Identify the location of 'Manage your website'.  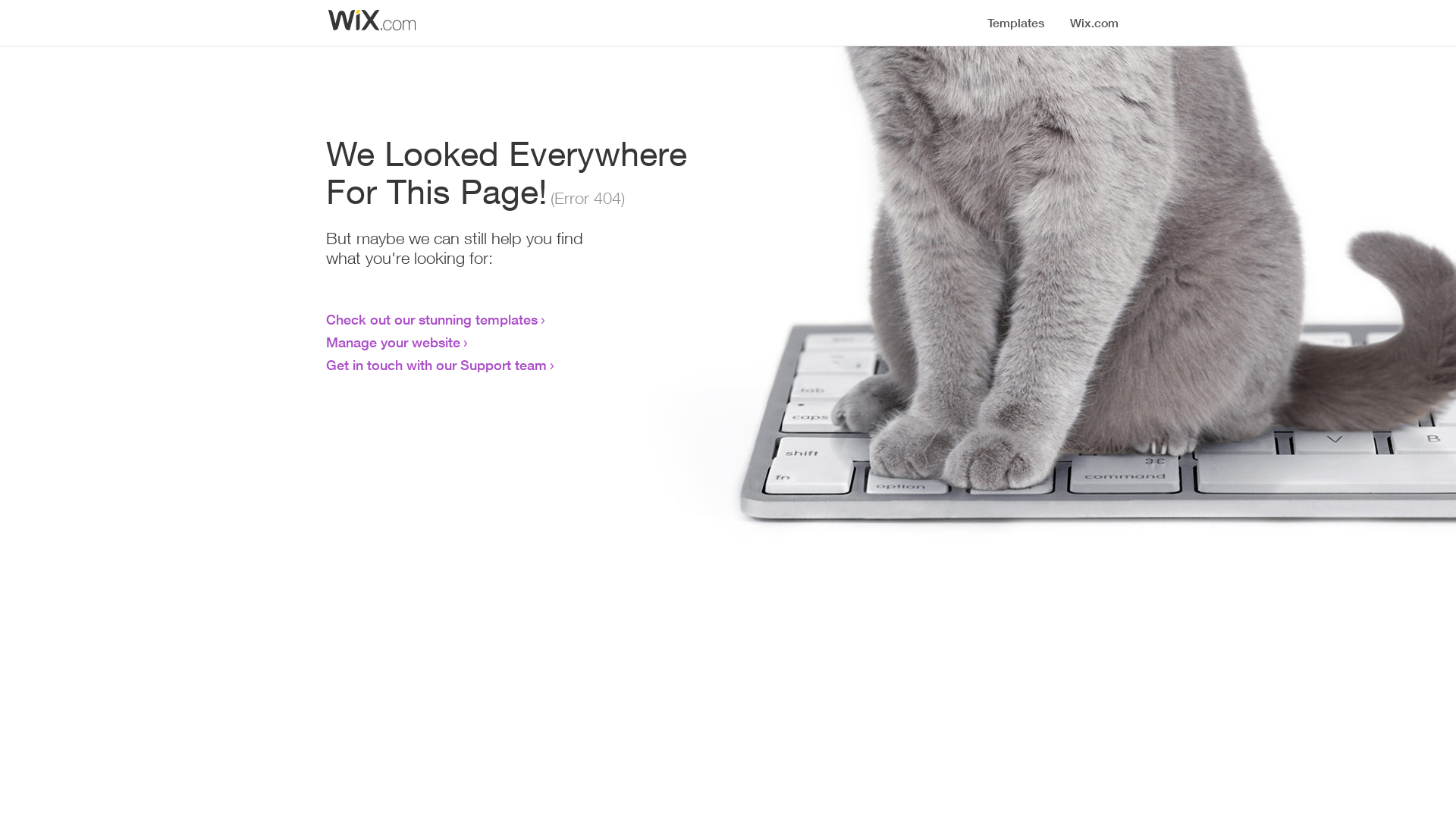
(325, 342).